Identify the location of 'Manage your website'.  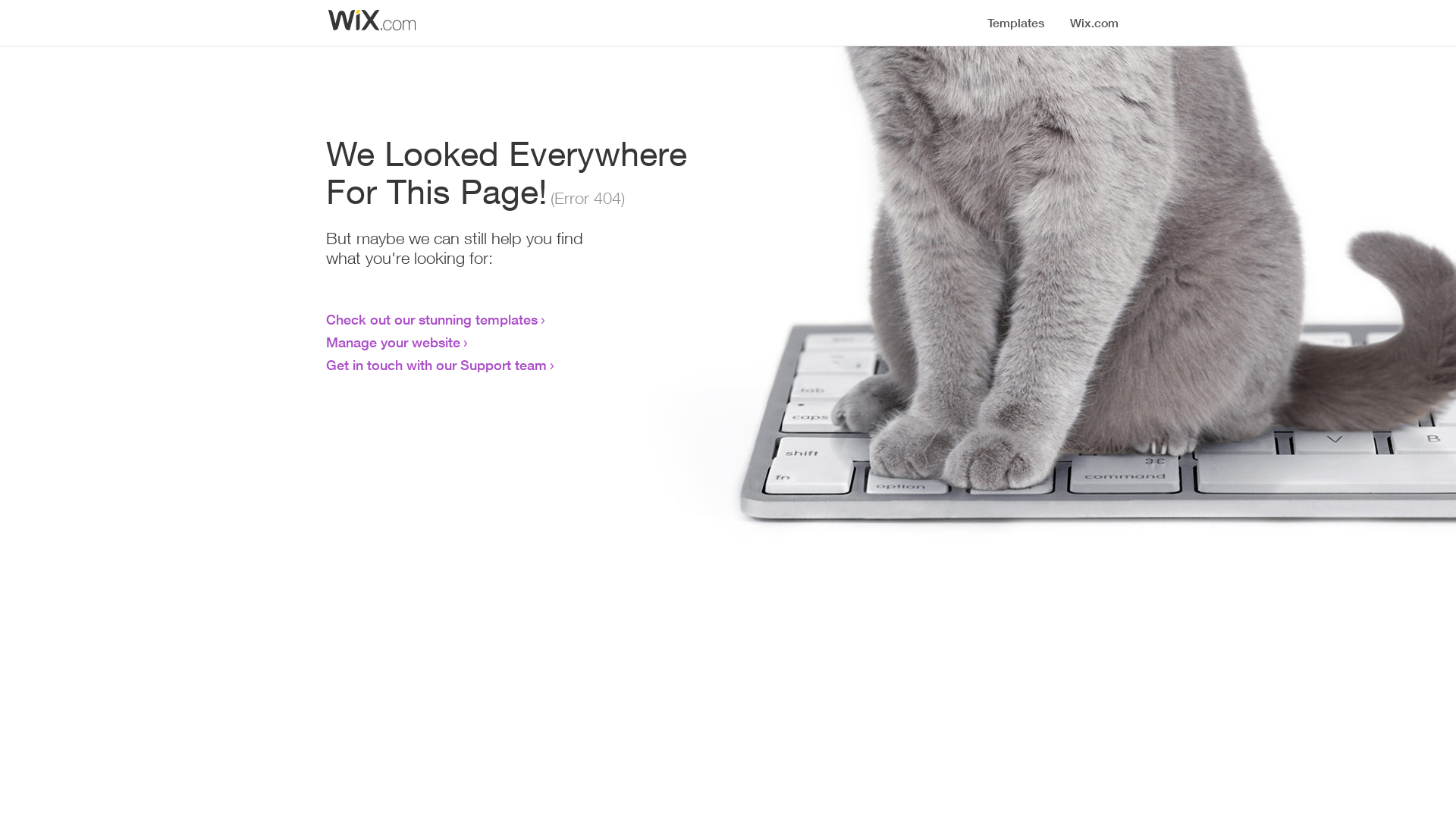
(325, 342).